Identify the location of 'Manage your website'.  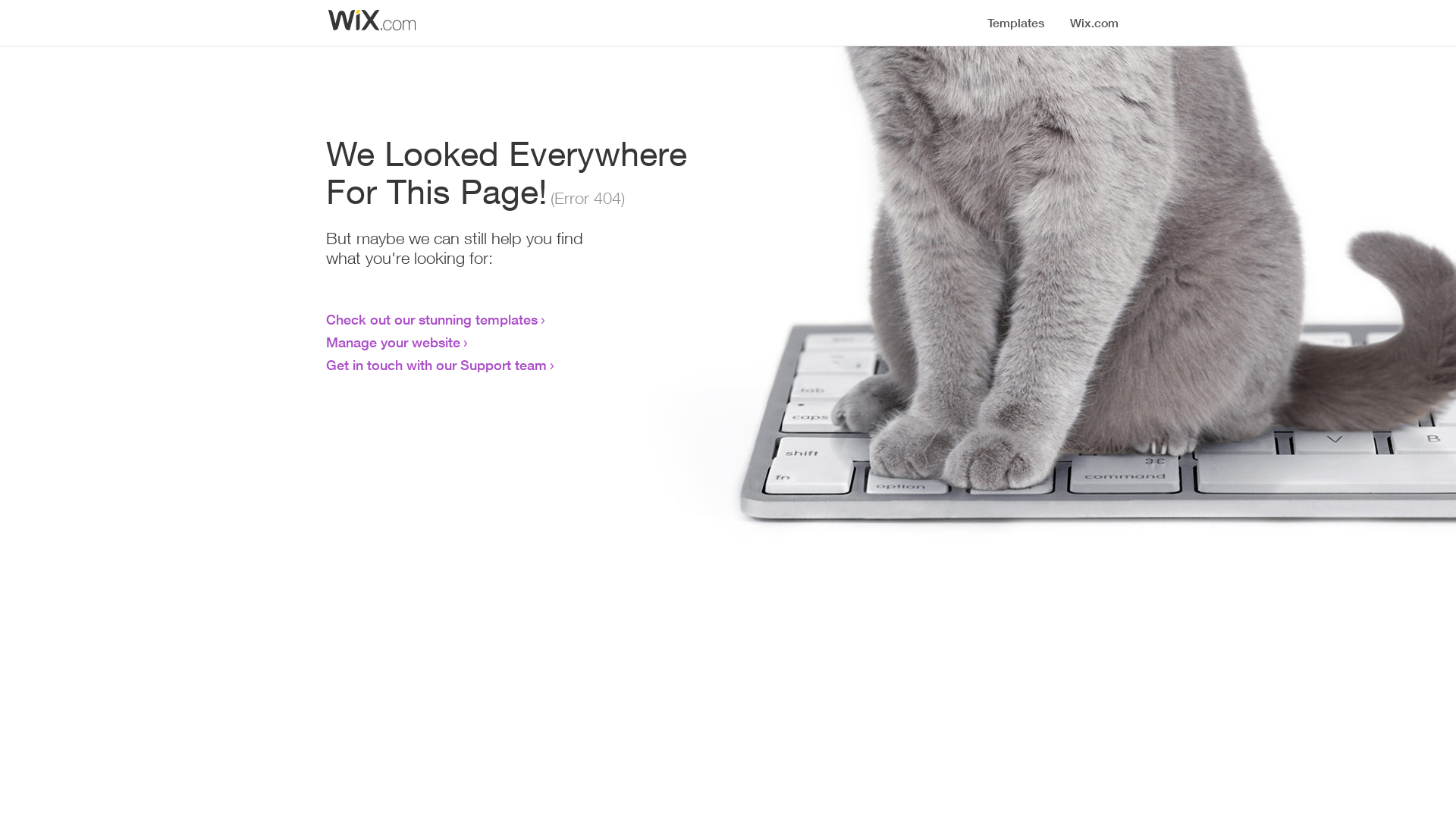
(325, 342).